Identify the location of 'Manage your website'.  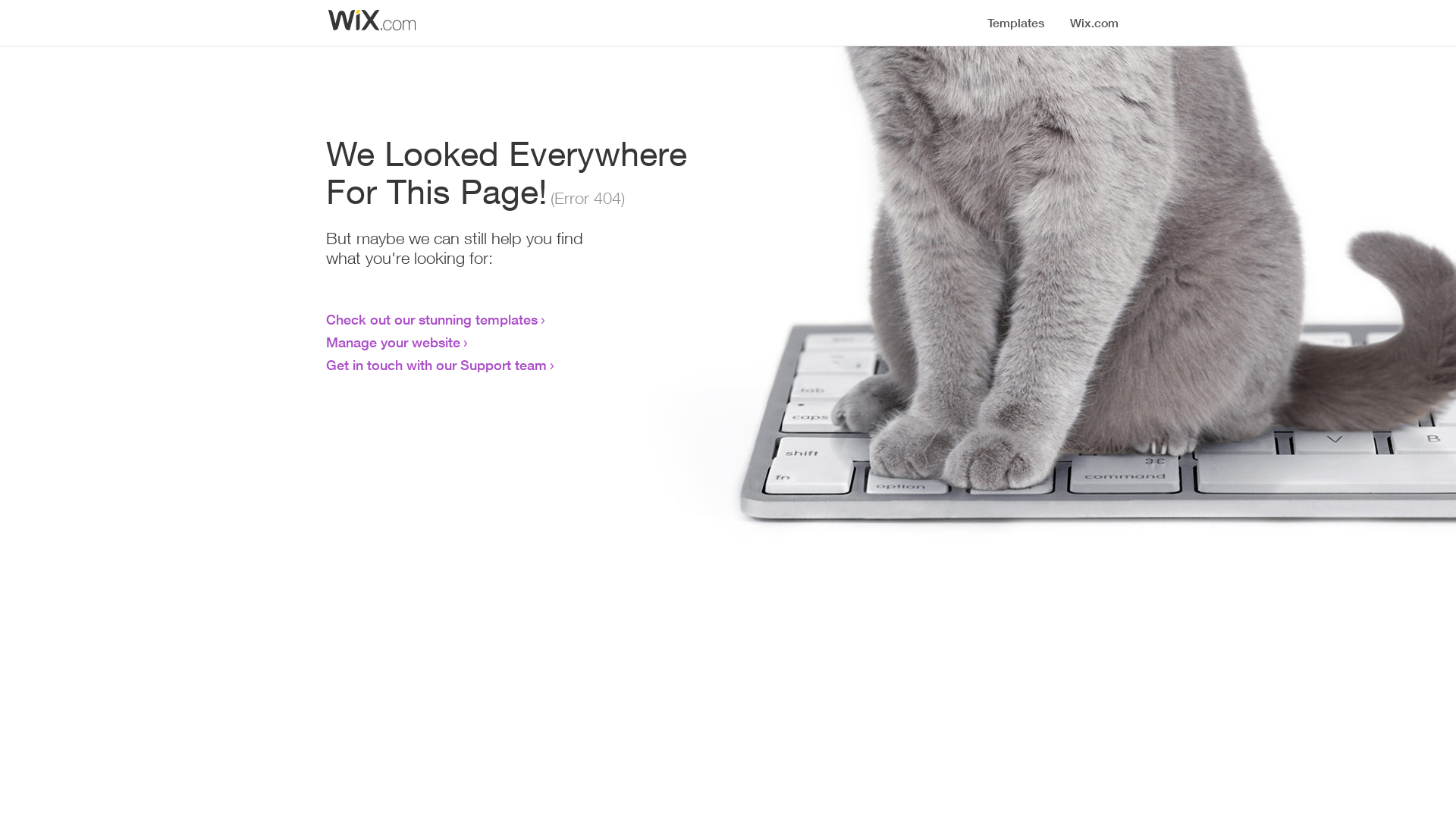
(325, 342).